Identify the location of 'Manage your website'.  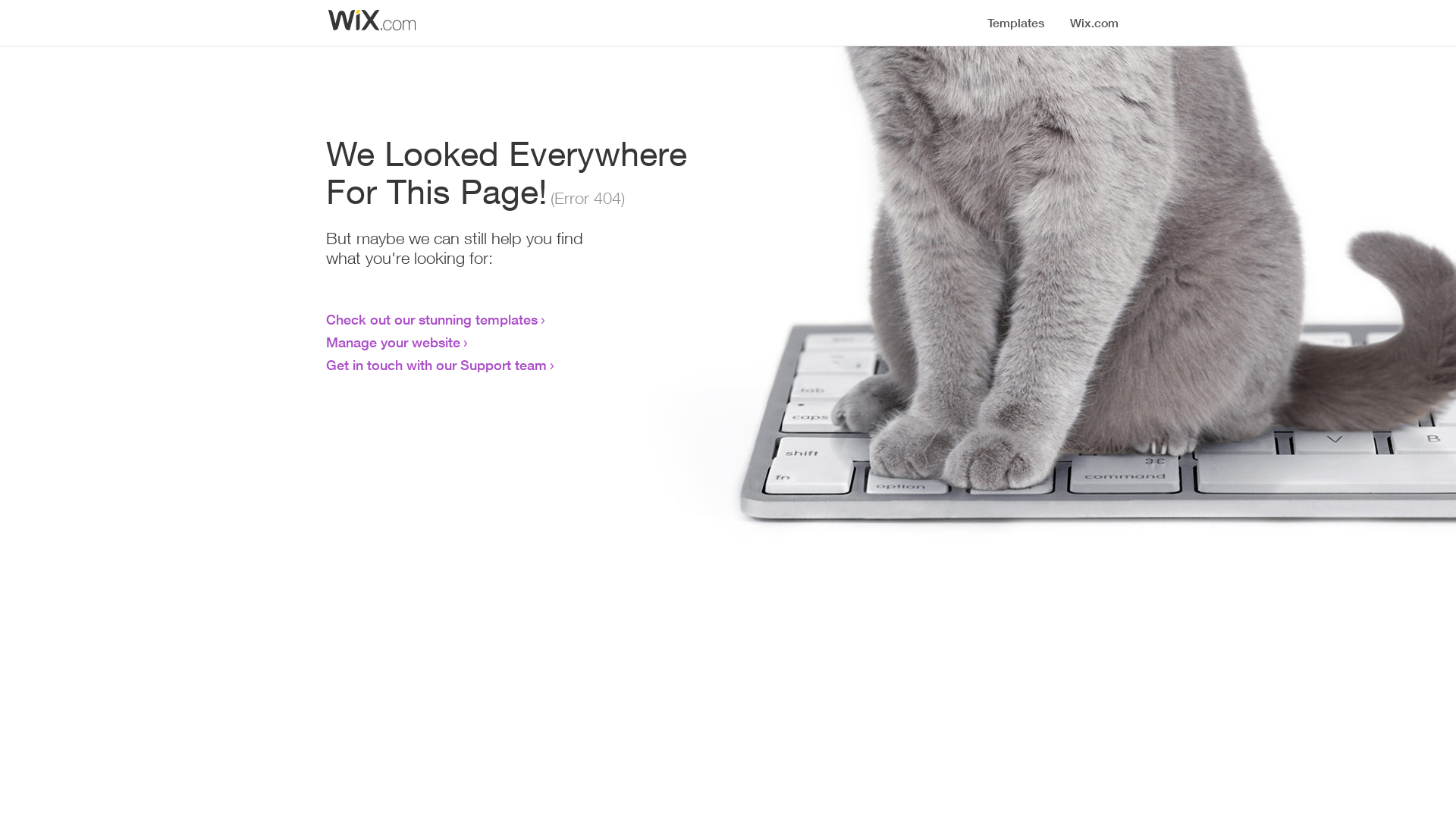
(325, 342).